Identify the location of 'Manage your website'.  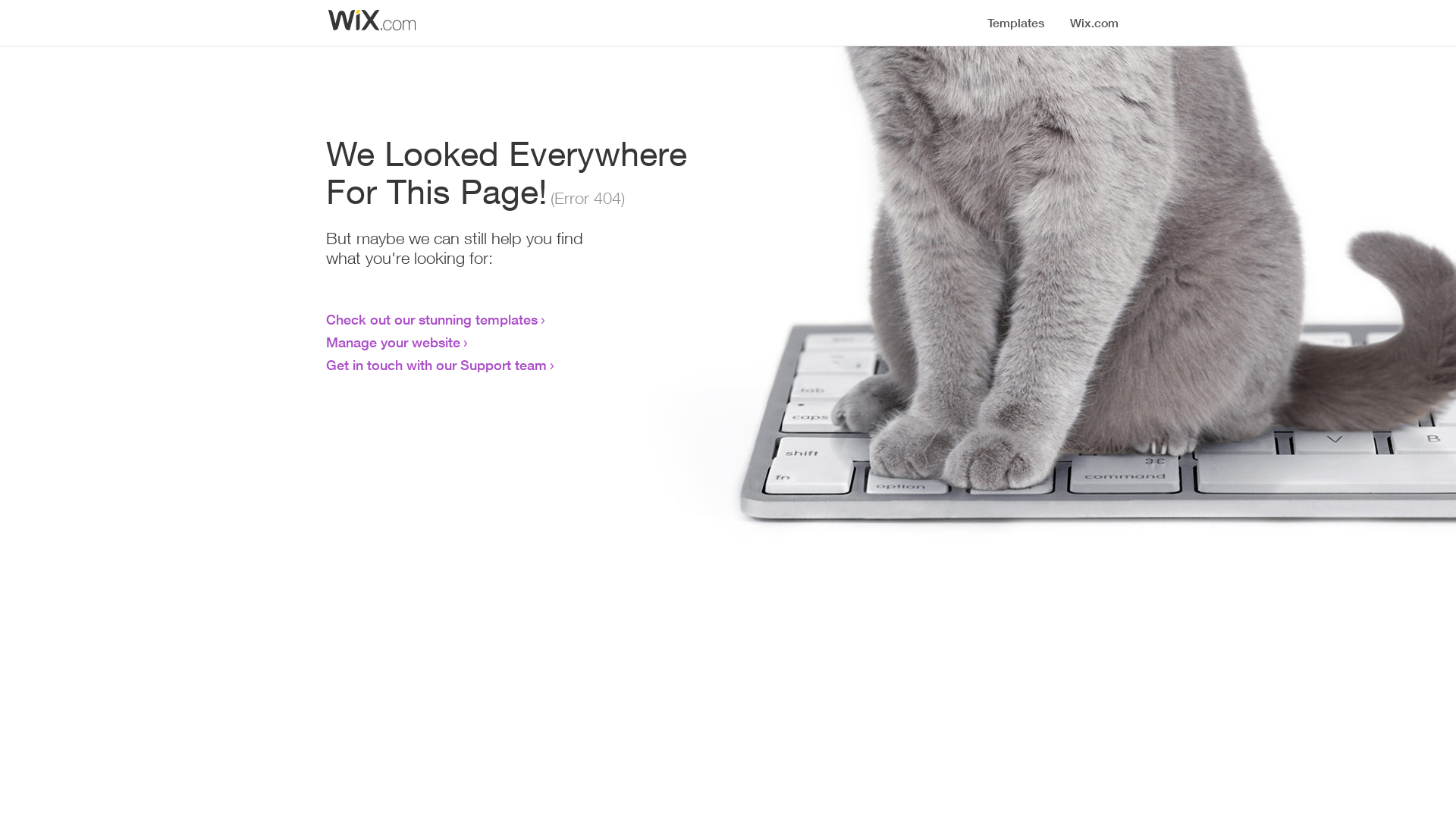
(325, 342).